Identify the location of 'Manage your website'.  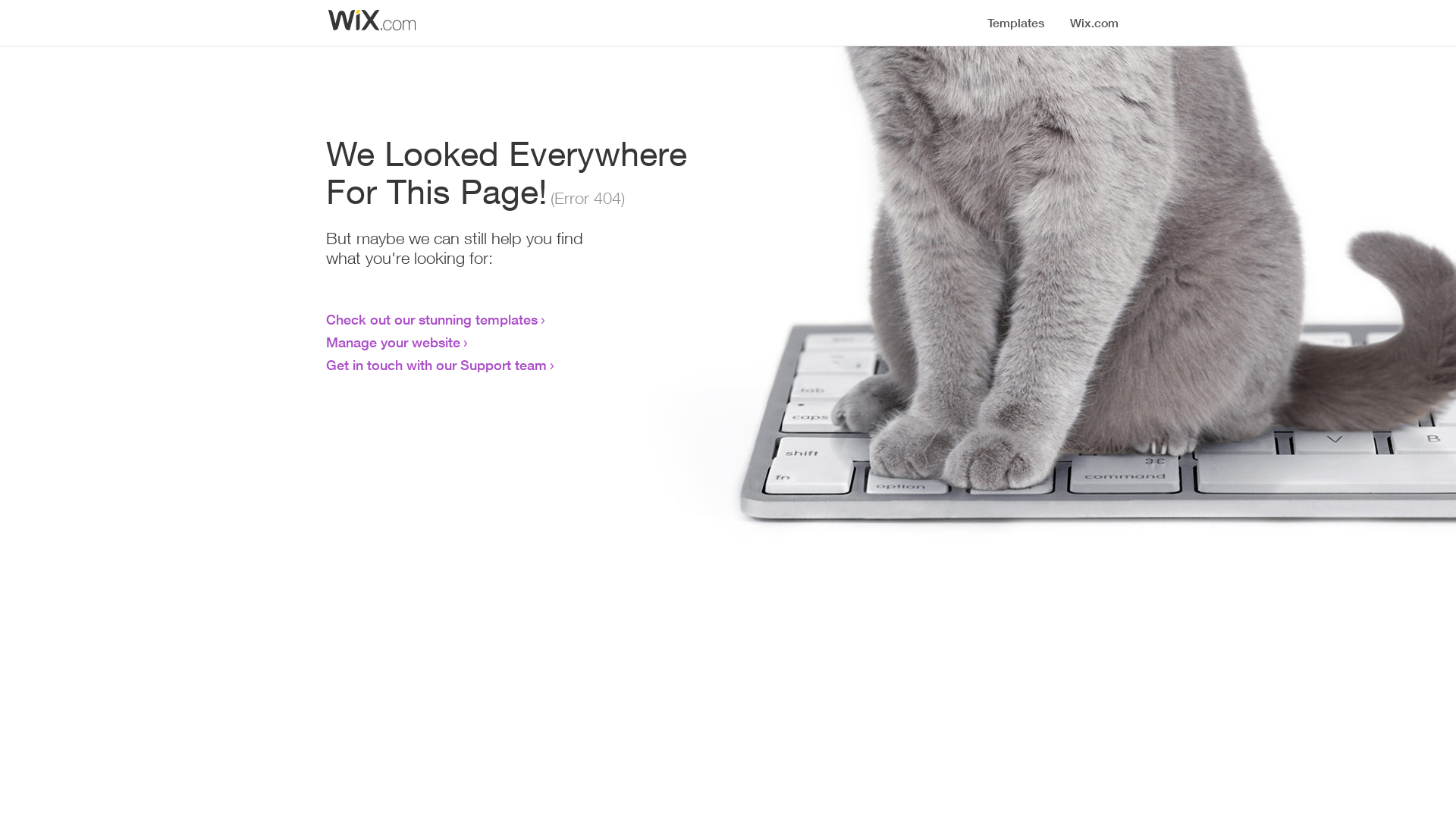
(325, 342).